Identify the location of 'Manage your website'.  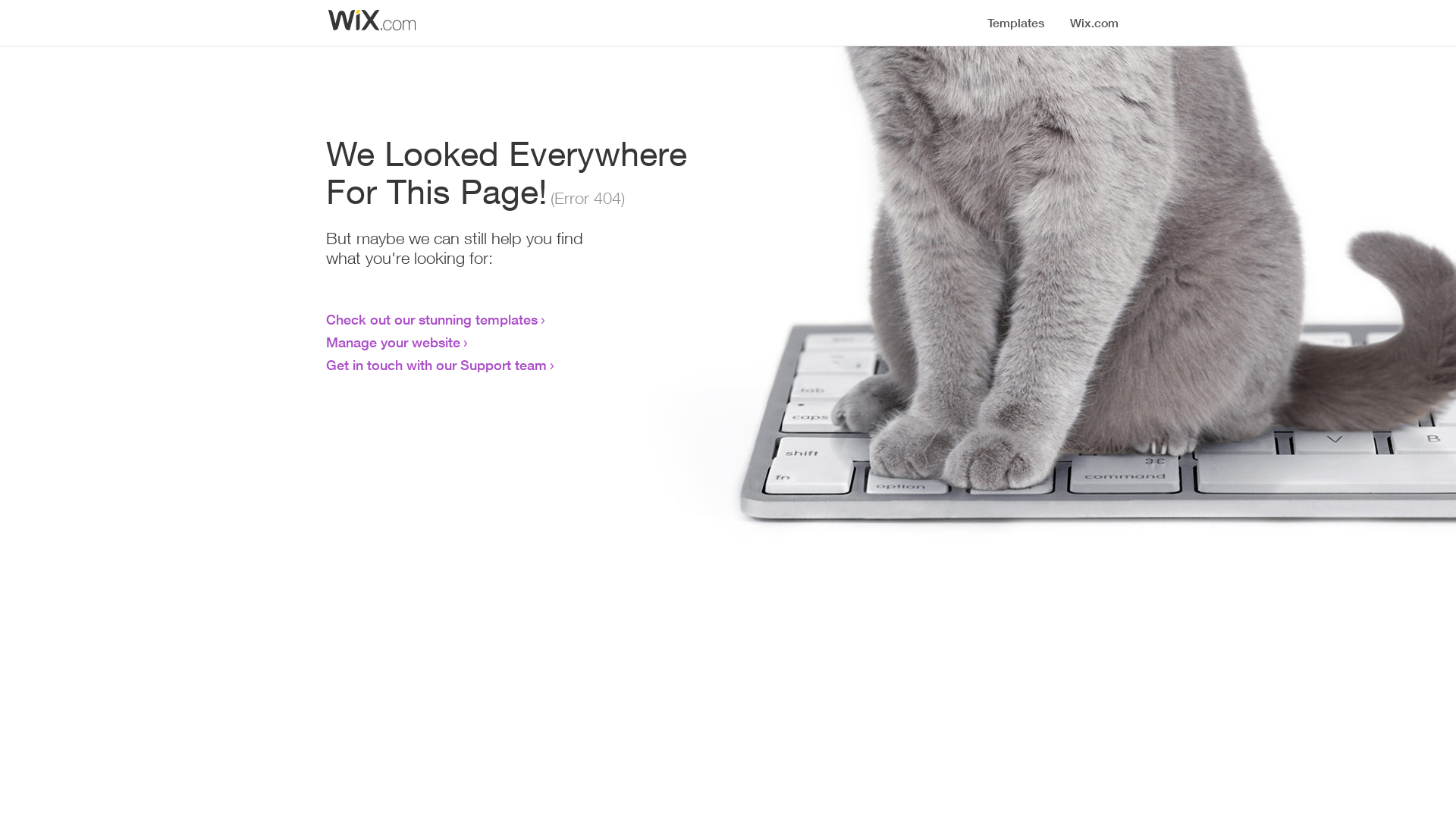
(325, 342).